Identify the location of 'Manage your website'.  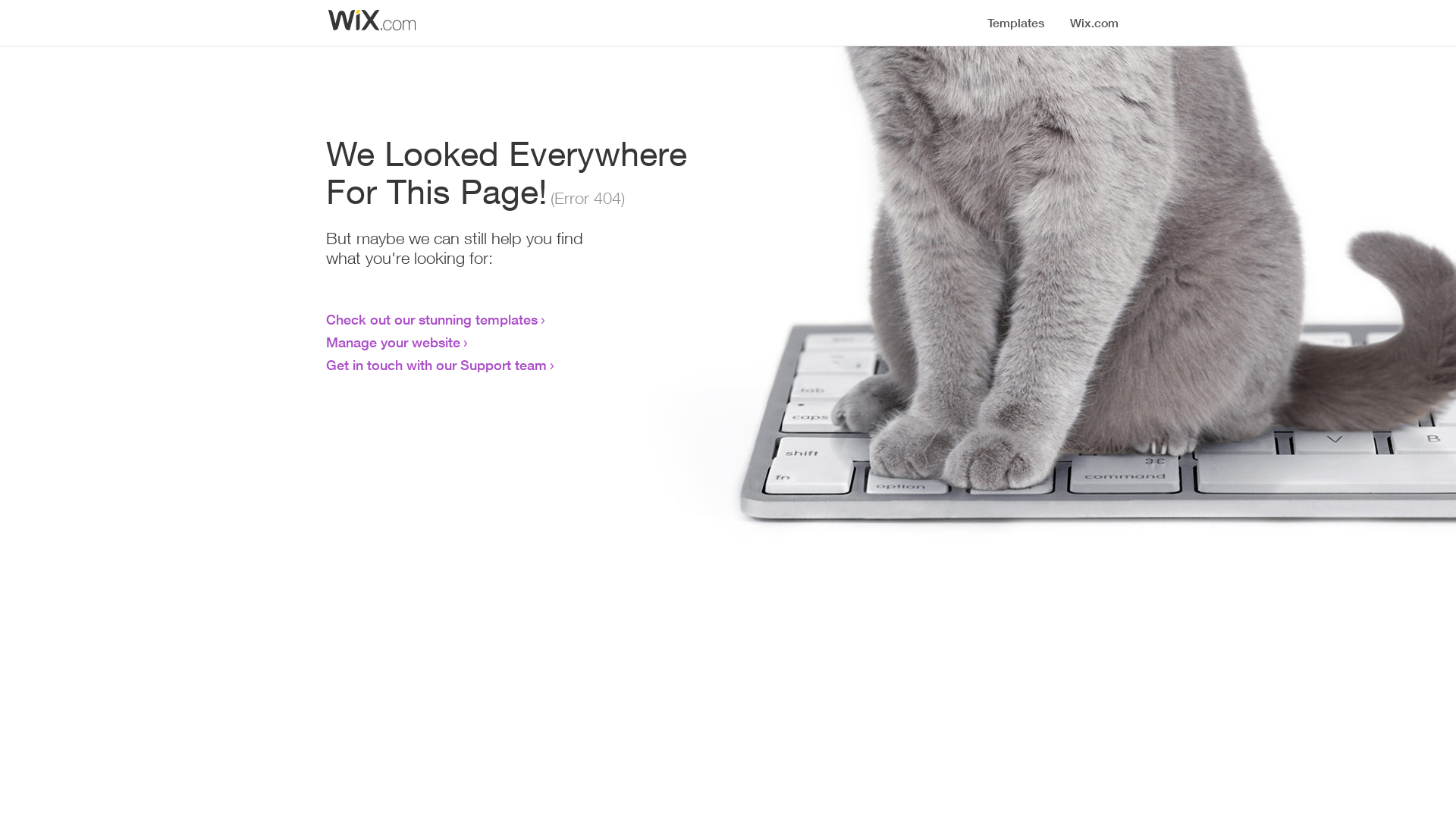
(325, 342).